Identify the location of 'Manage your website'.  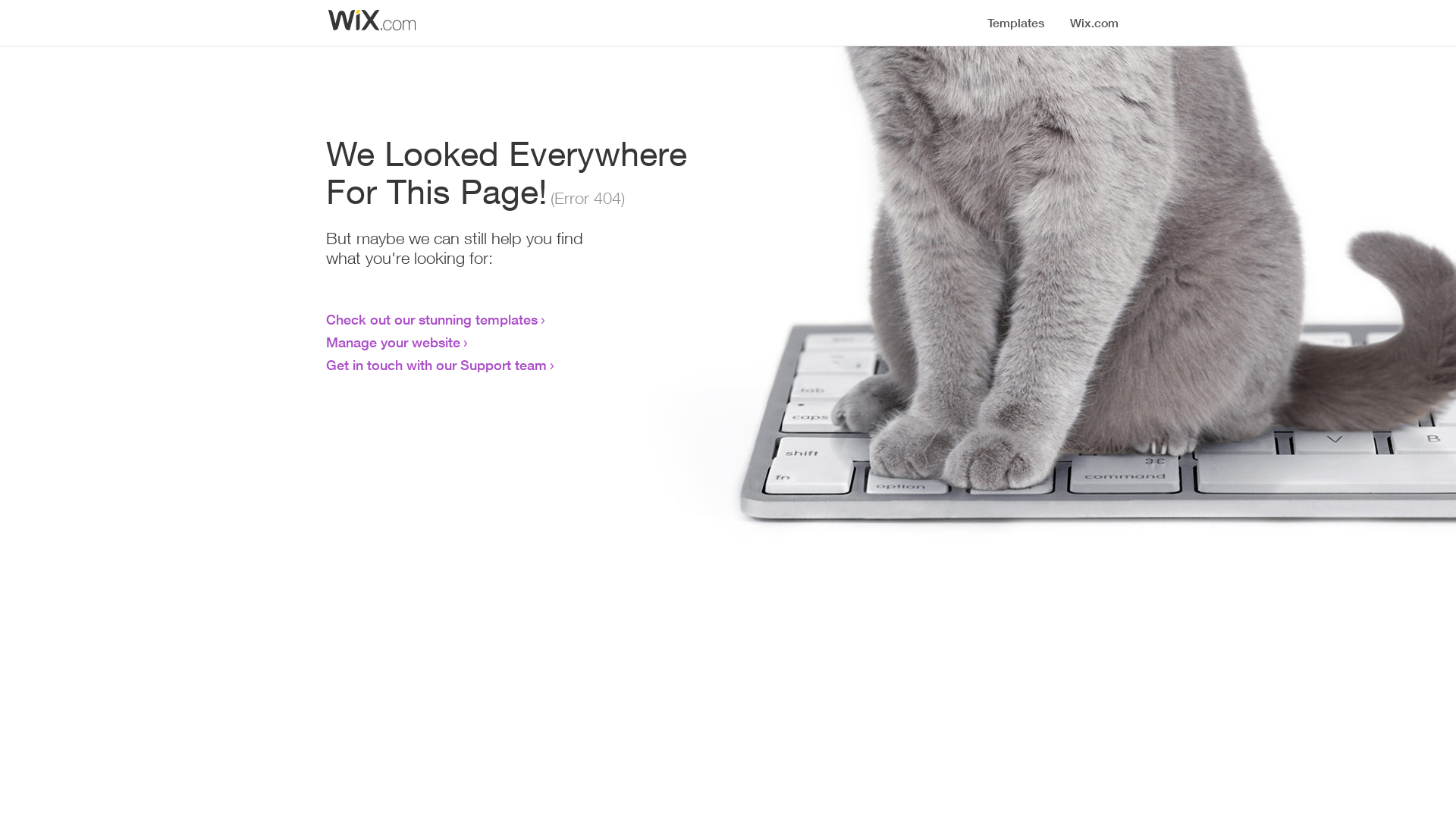
(325, 342).